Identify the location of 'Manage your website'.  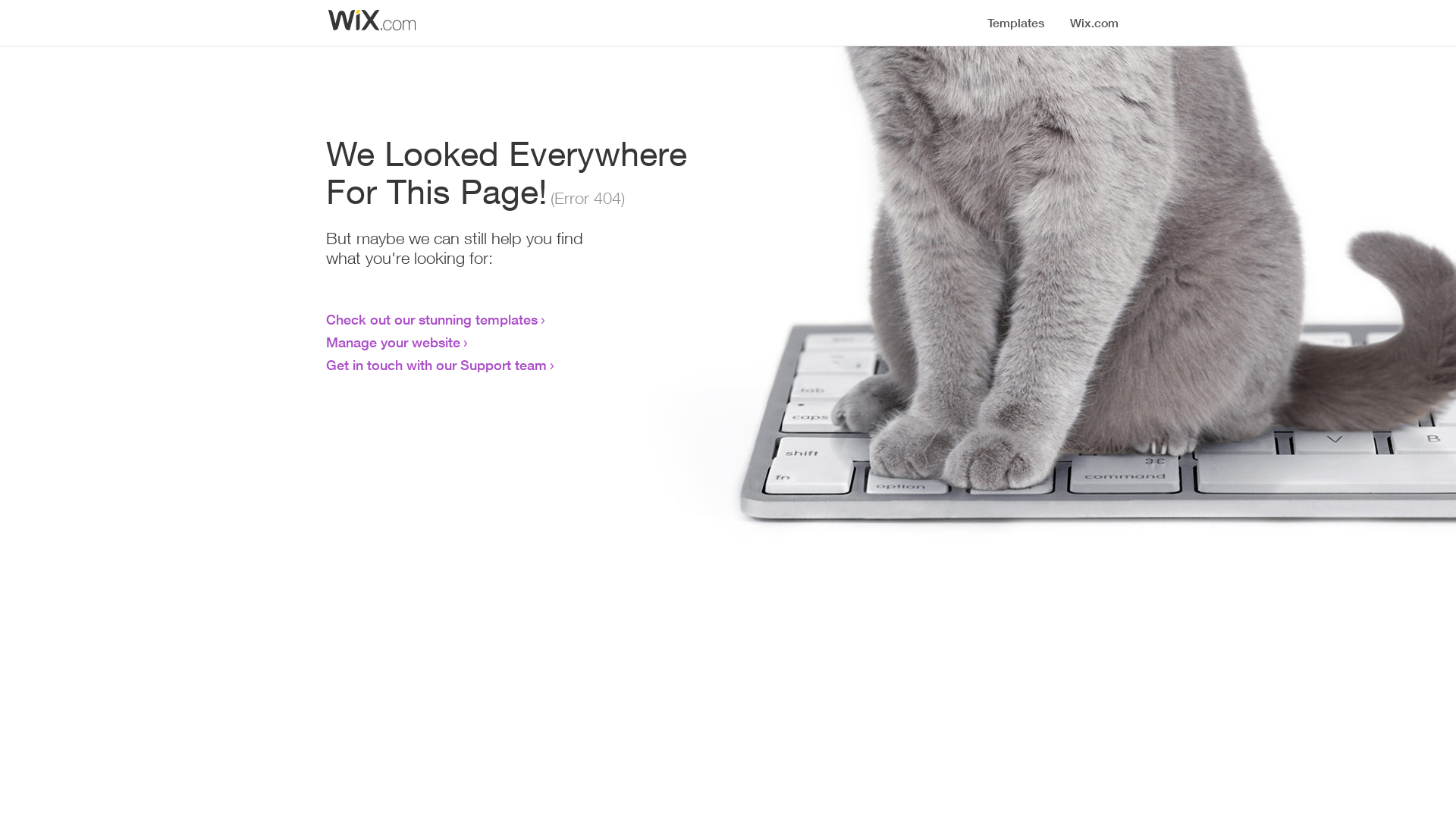
(325, 342).